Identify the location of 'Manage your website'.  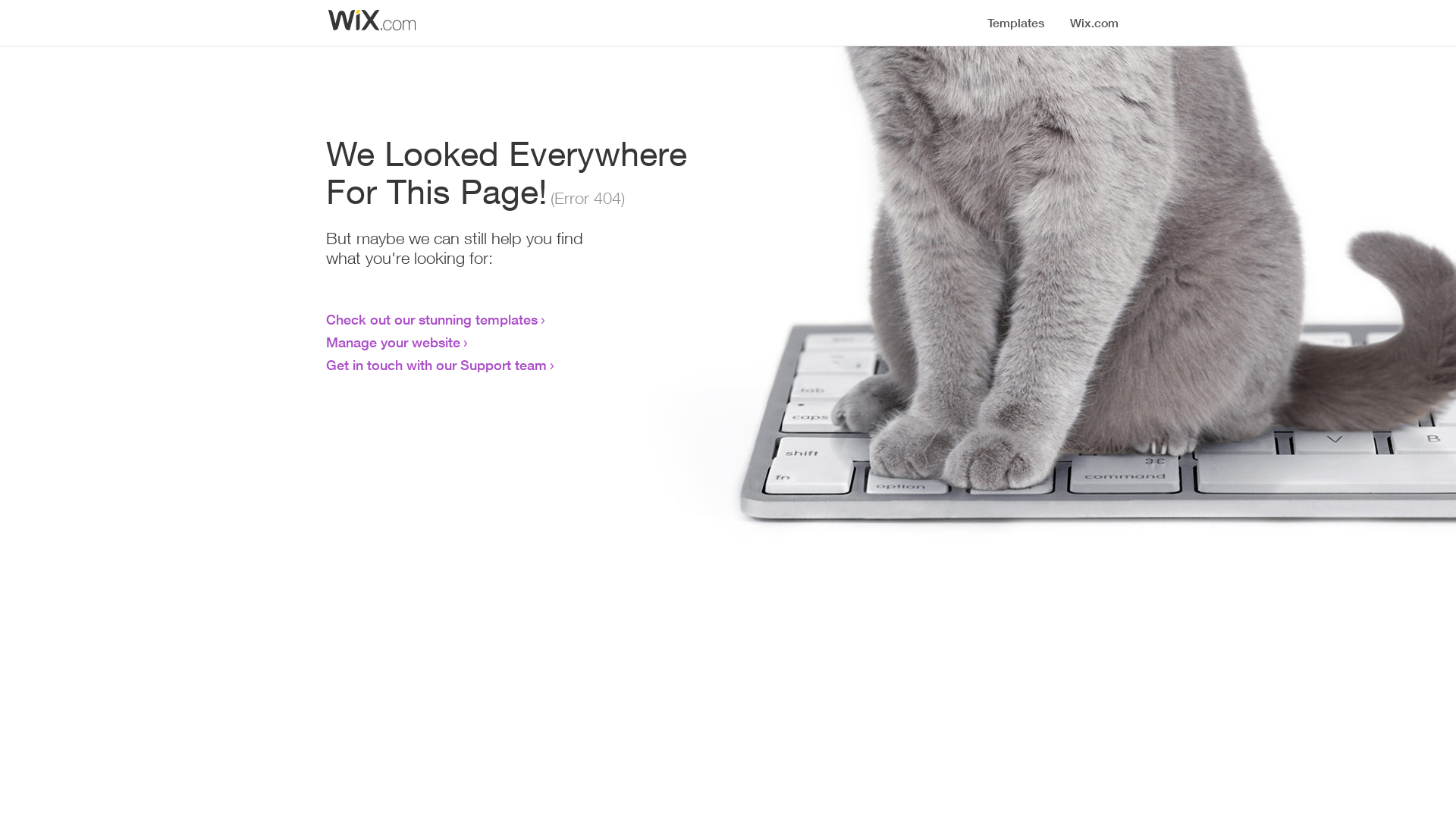
(325, 342).